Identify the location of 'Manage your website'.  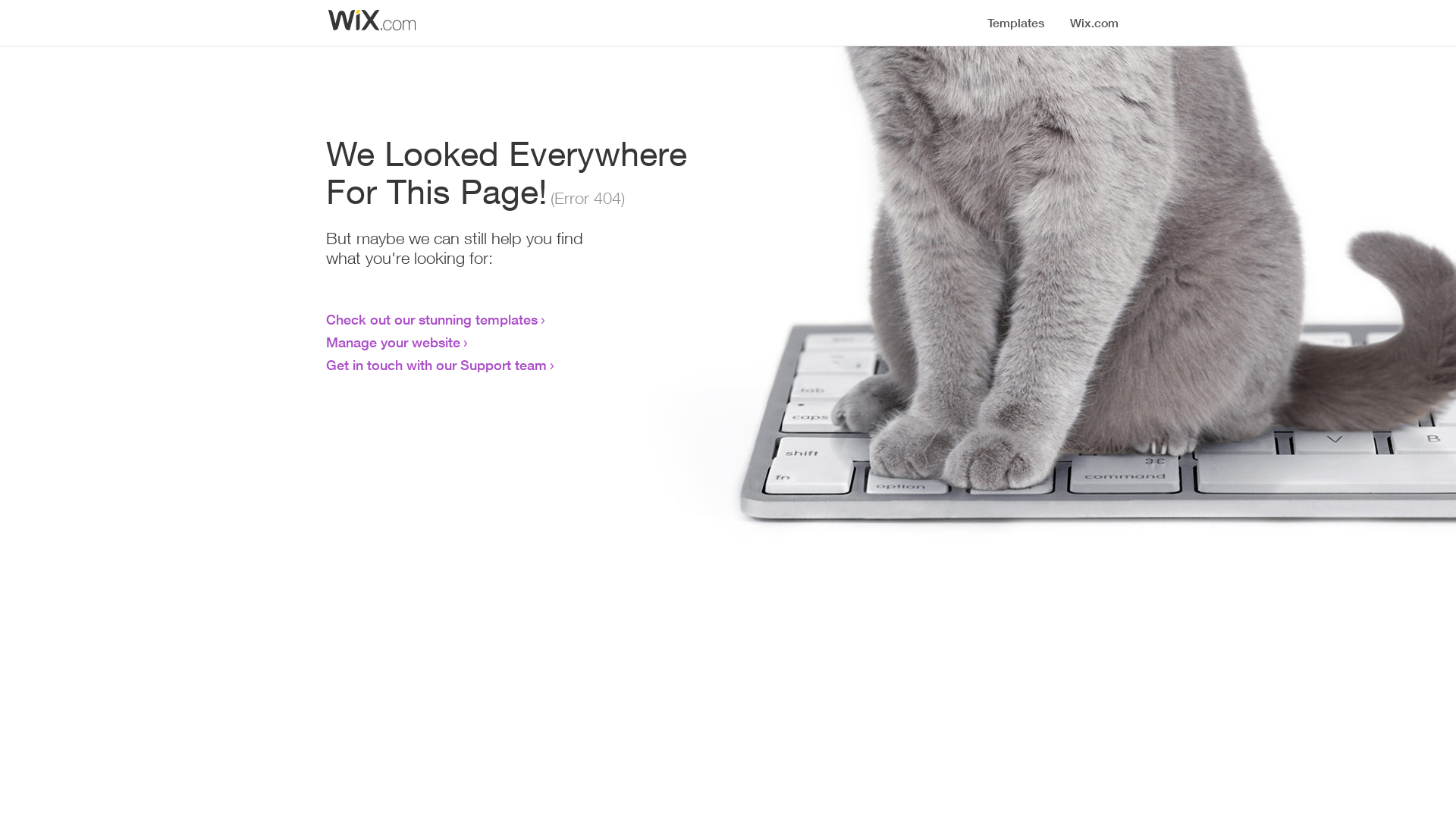
(325, 342).